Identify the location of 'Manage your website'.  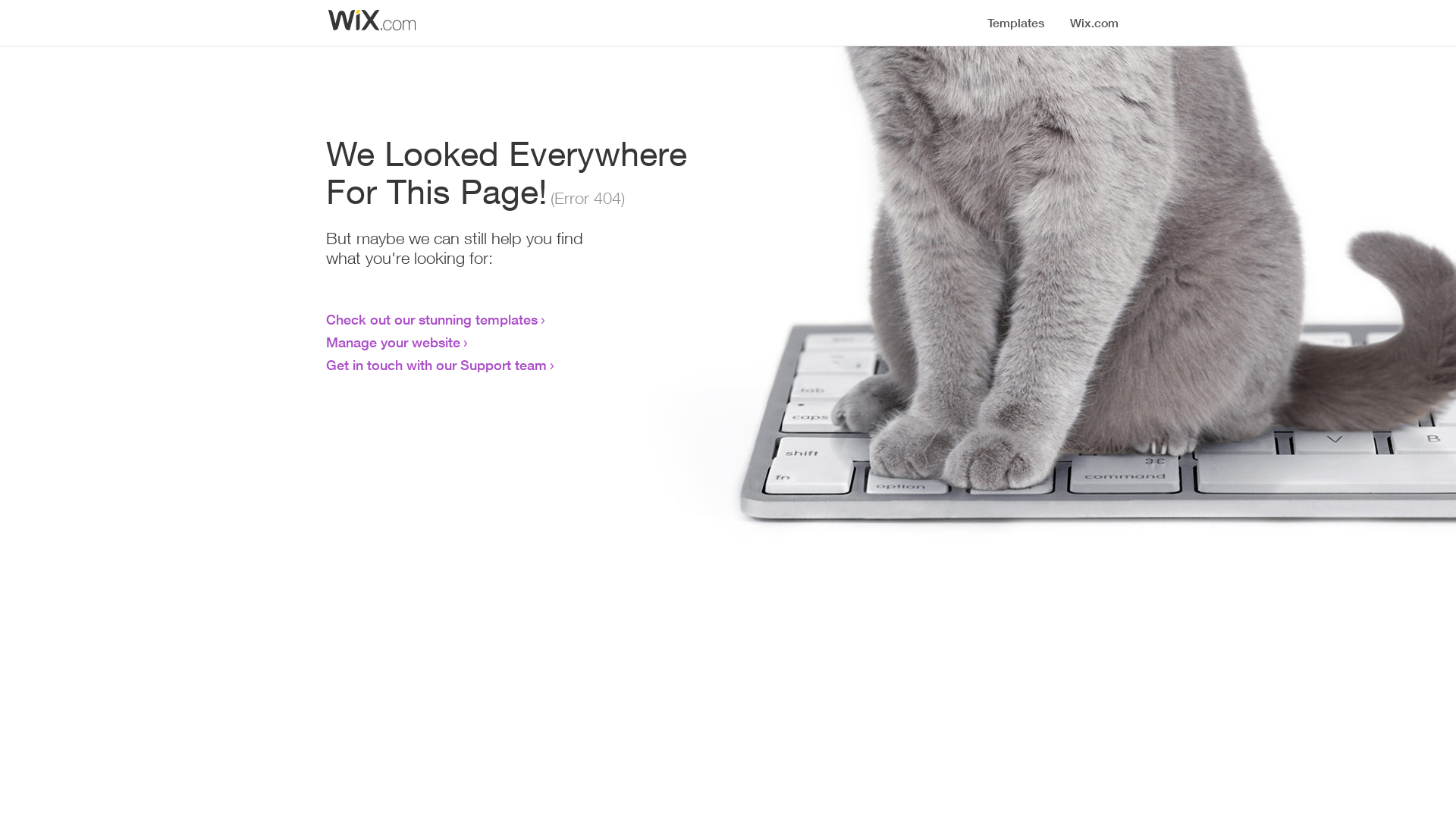
(325, 342).